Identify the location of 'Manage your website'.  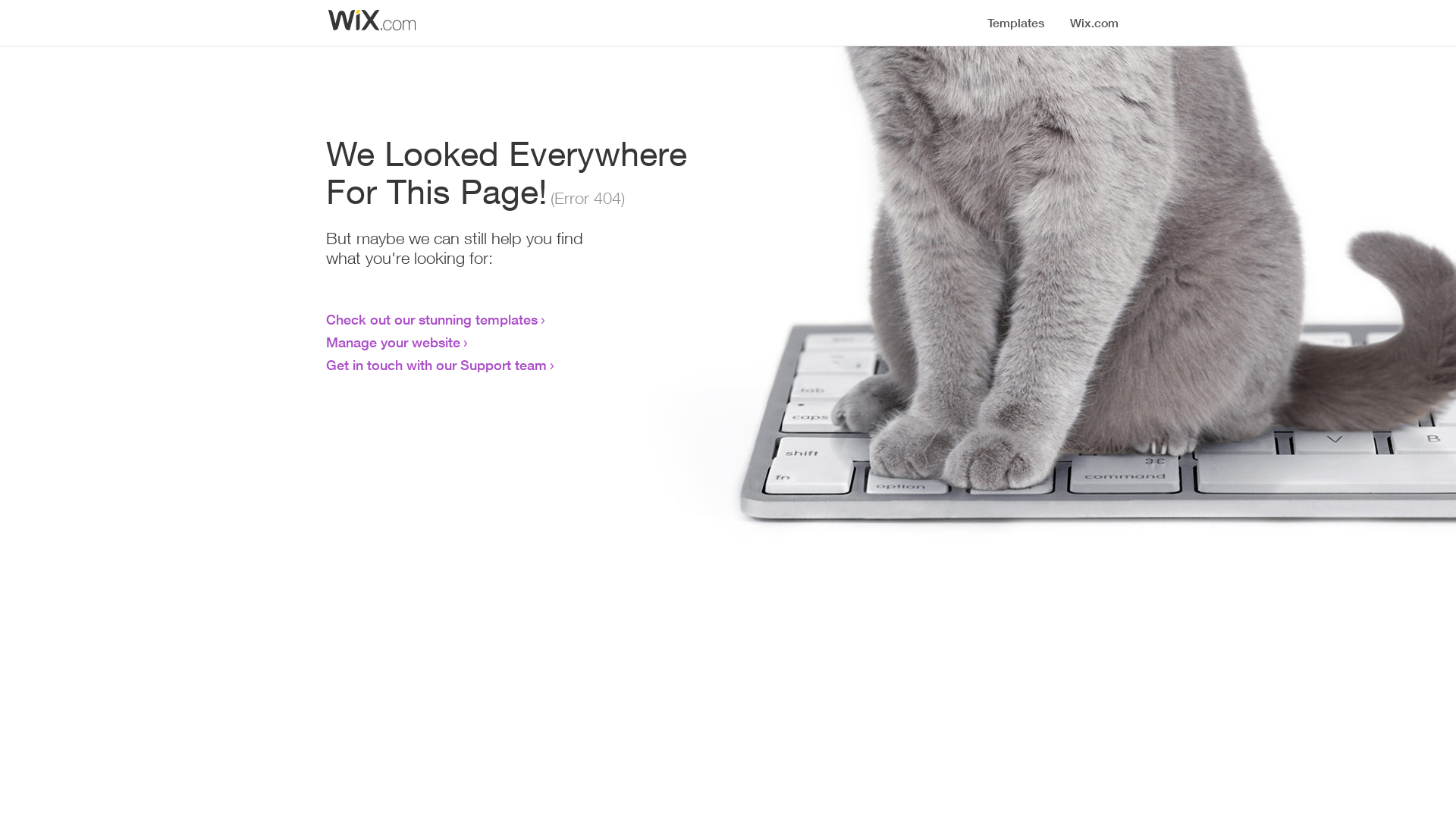
(325, 342).